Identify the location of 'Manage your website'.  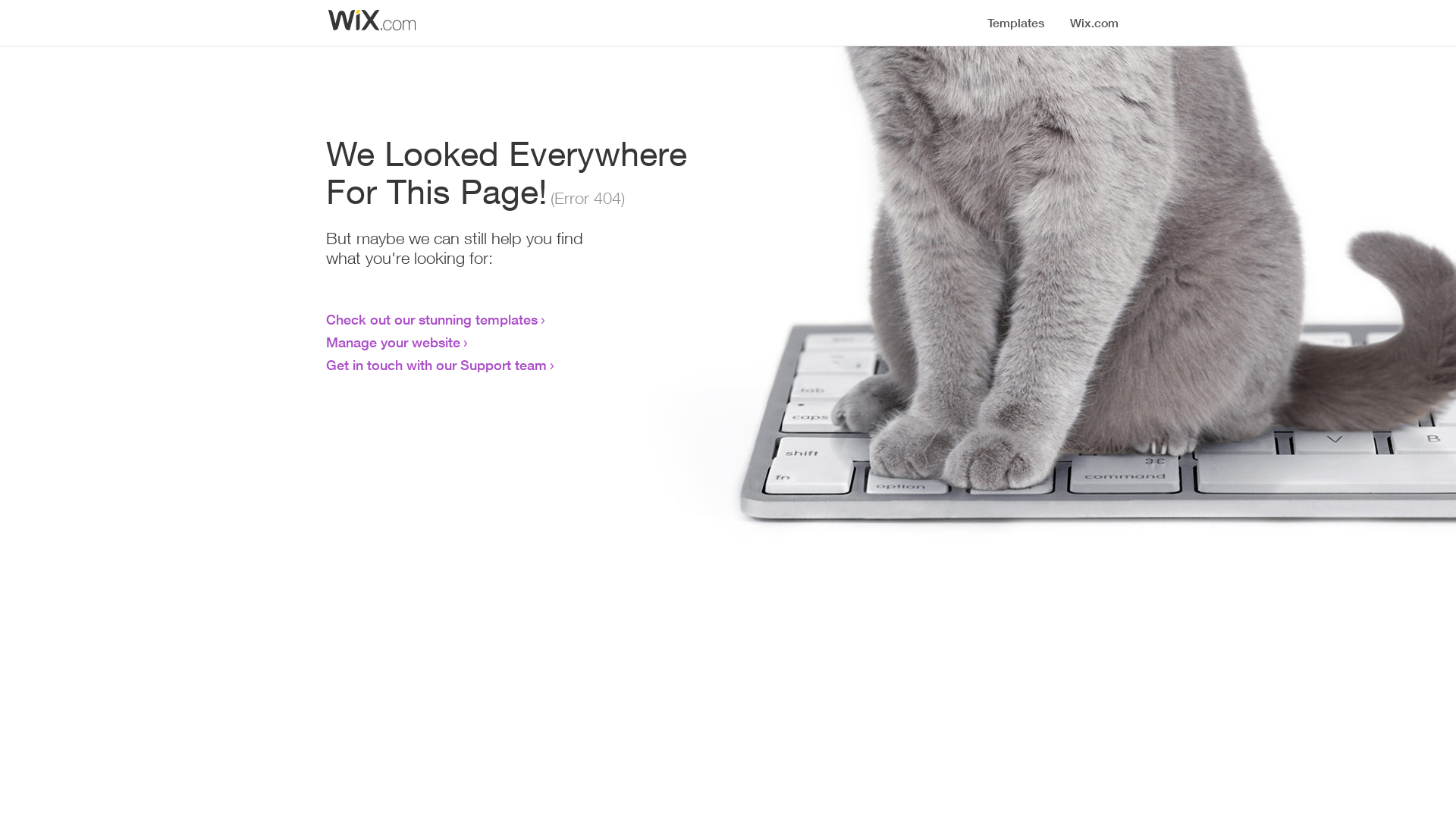
(325, 342).